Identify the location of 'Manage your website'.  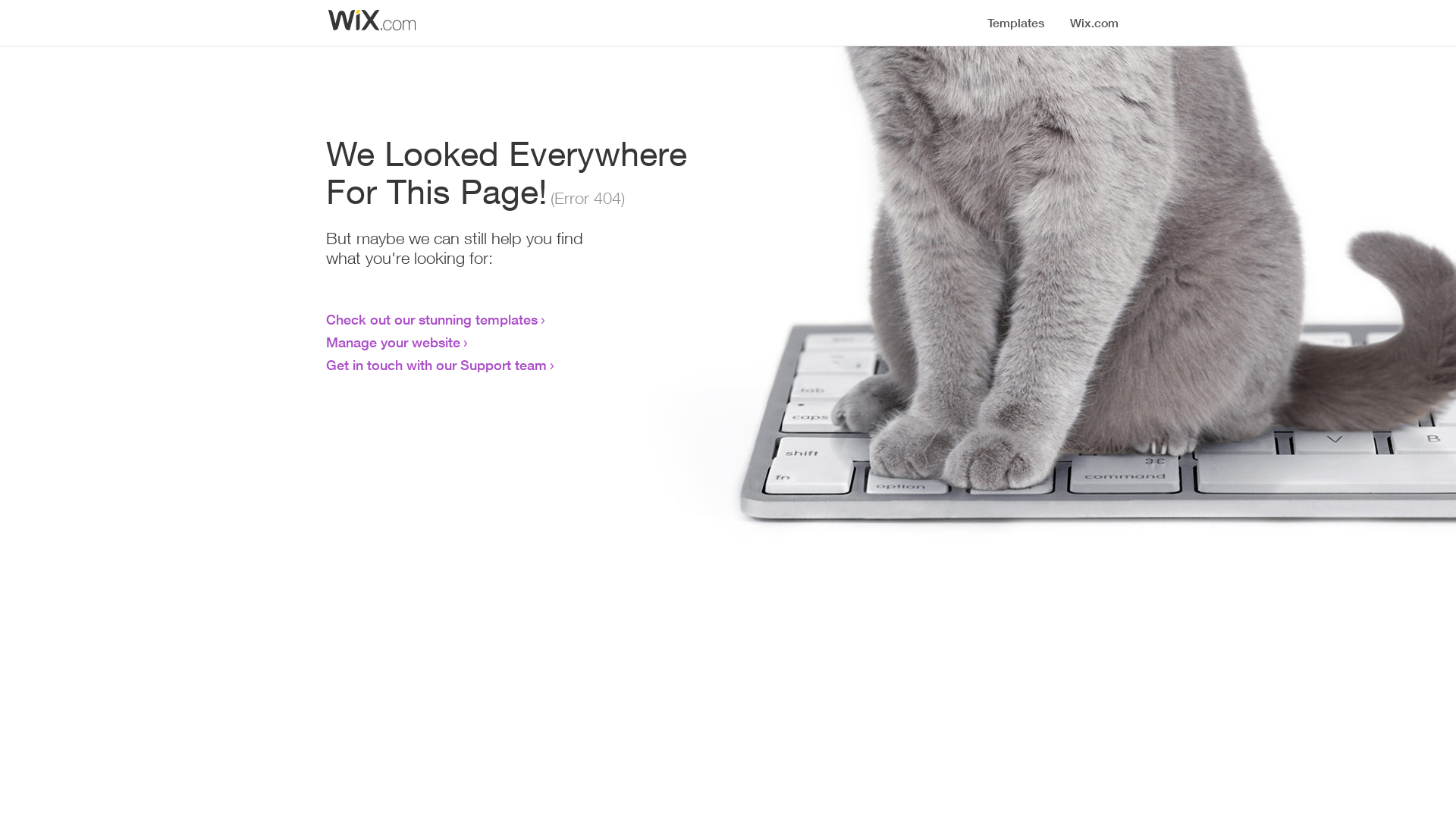
(325, 342).